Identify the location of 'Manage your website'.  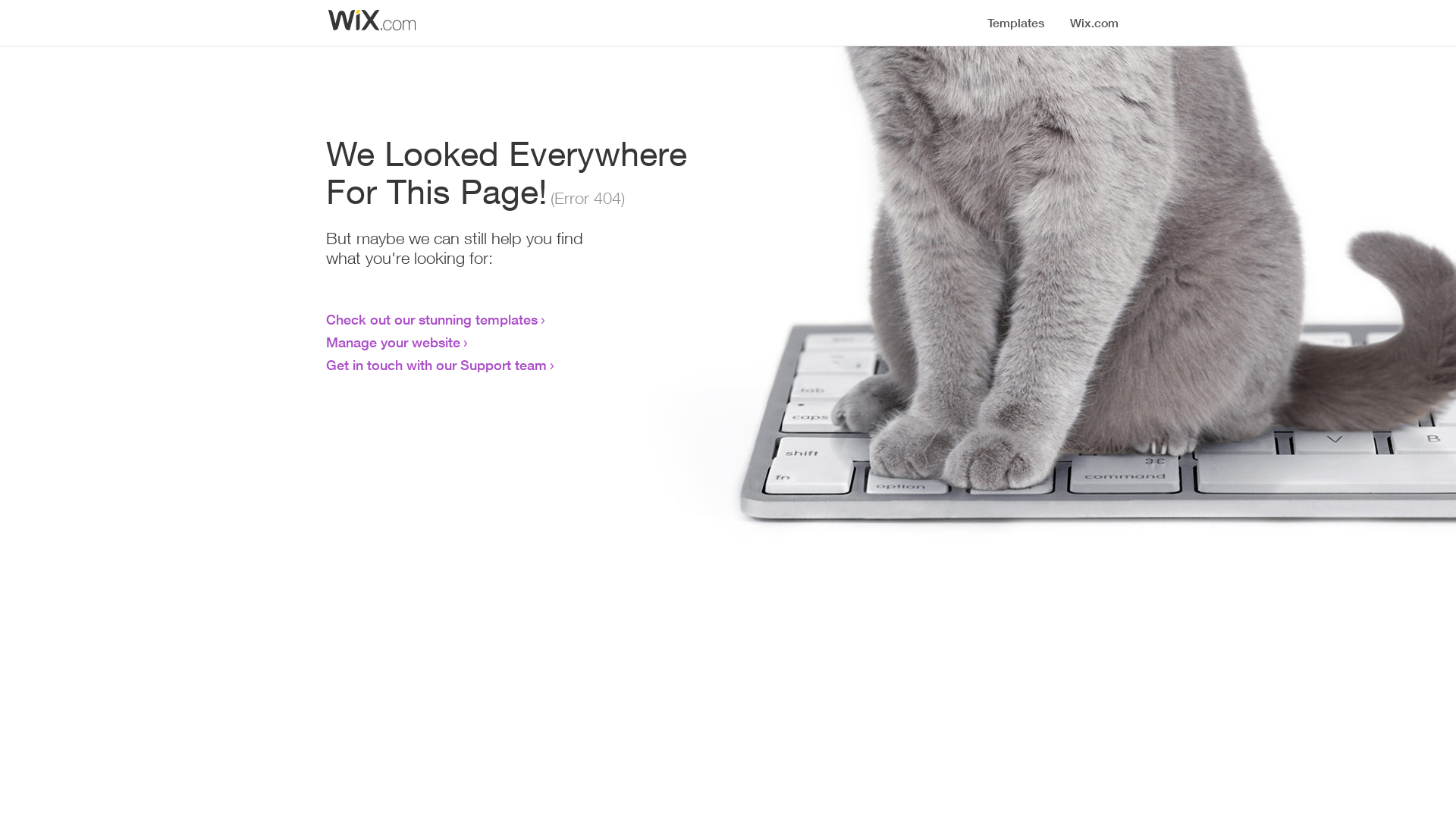
(325, 342).